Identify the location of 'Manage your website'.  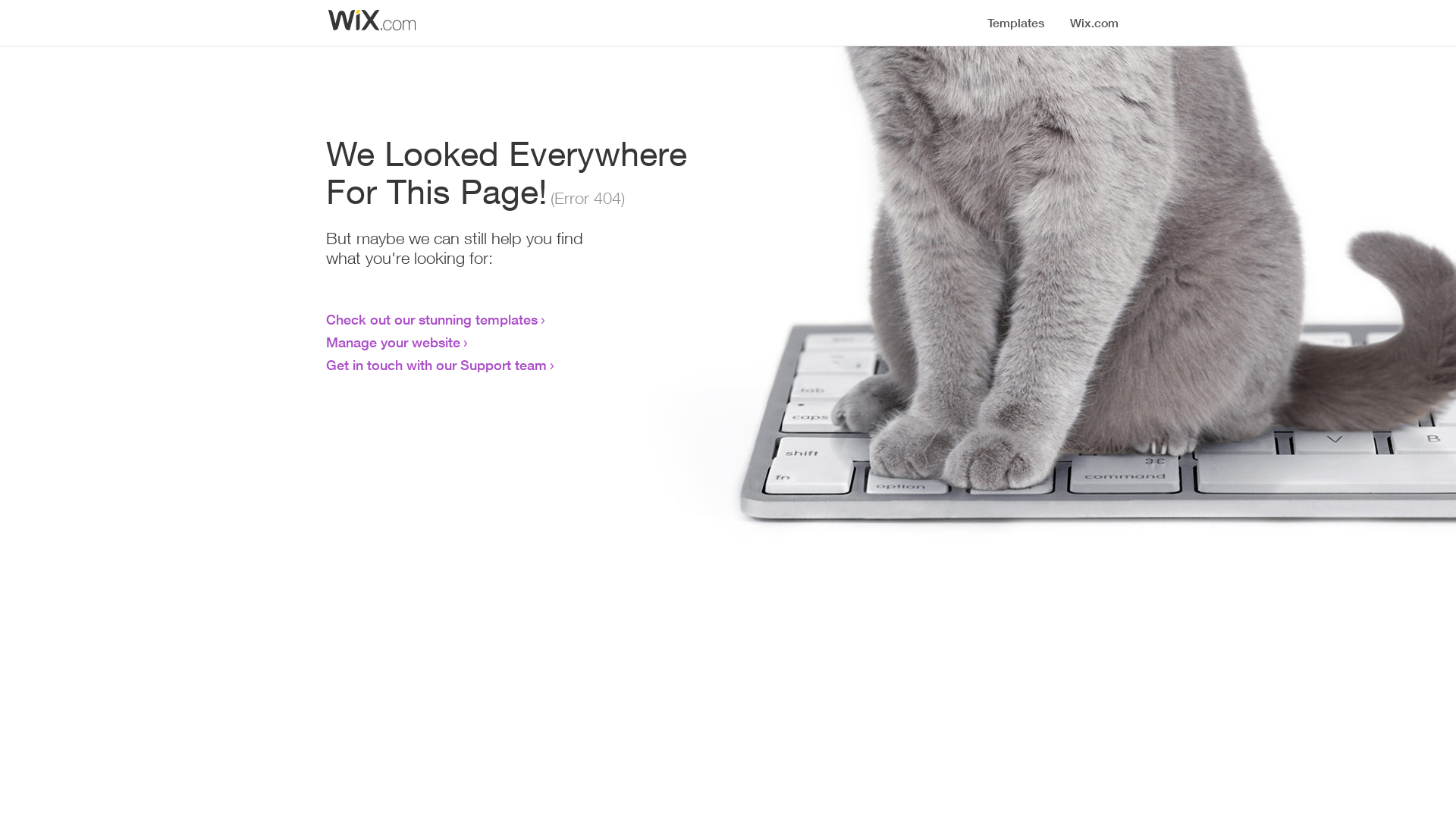
(325, 342).